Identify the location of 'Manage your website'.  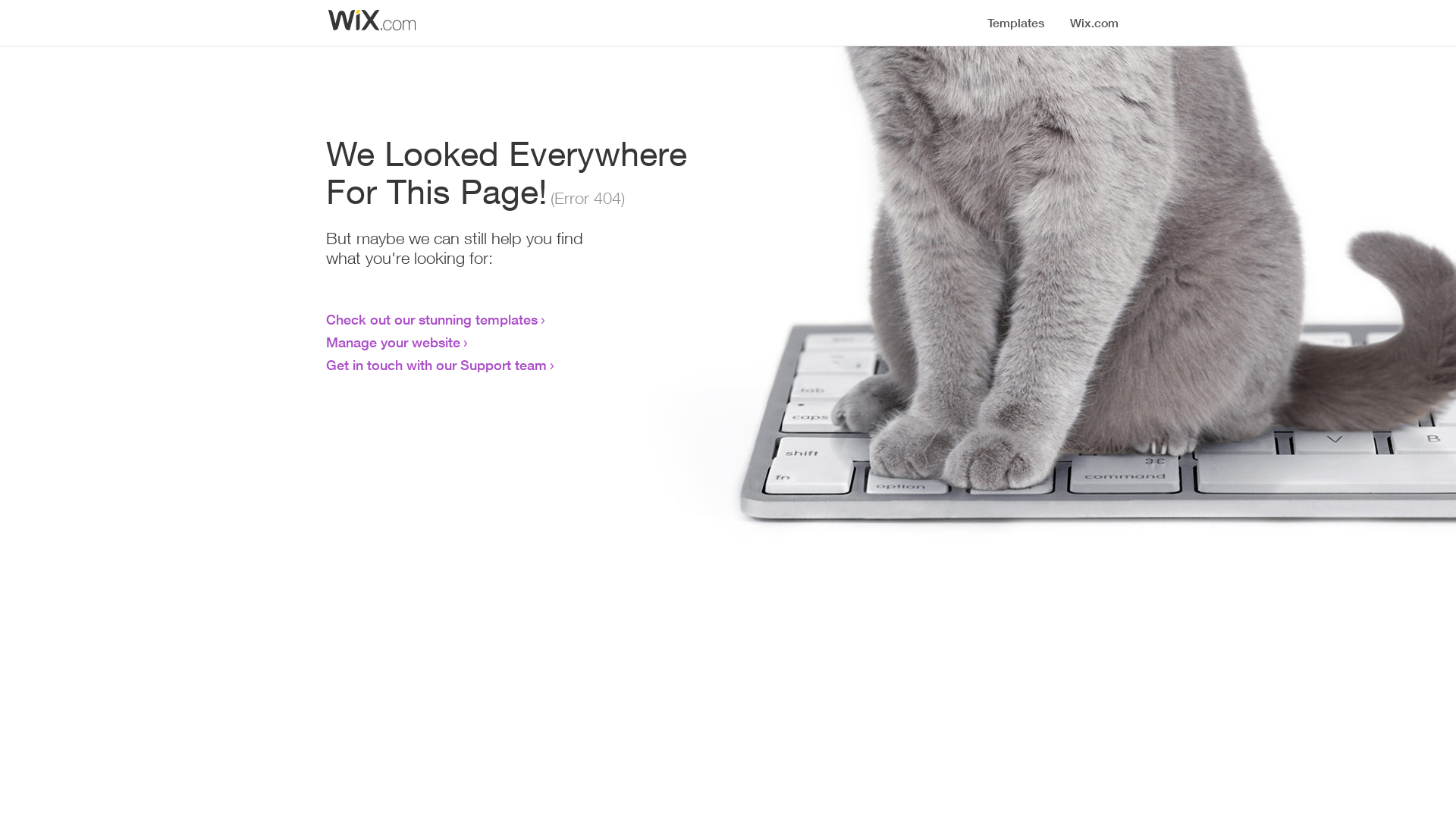
(325, 342).